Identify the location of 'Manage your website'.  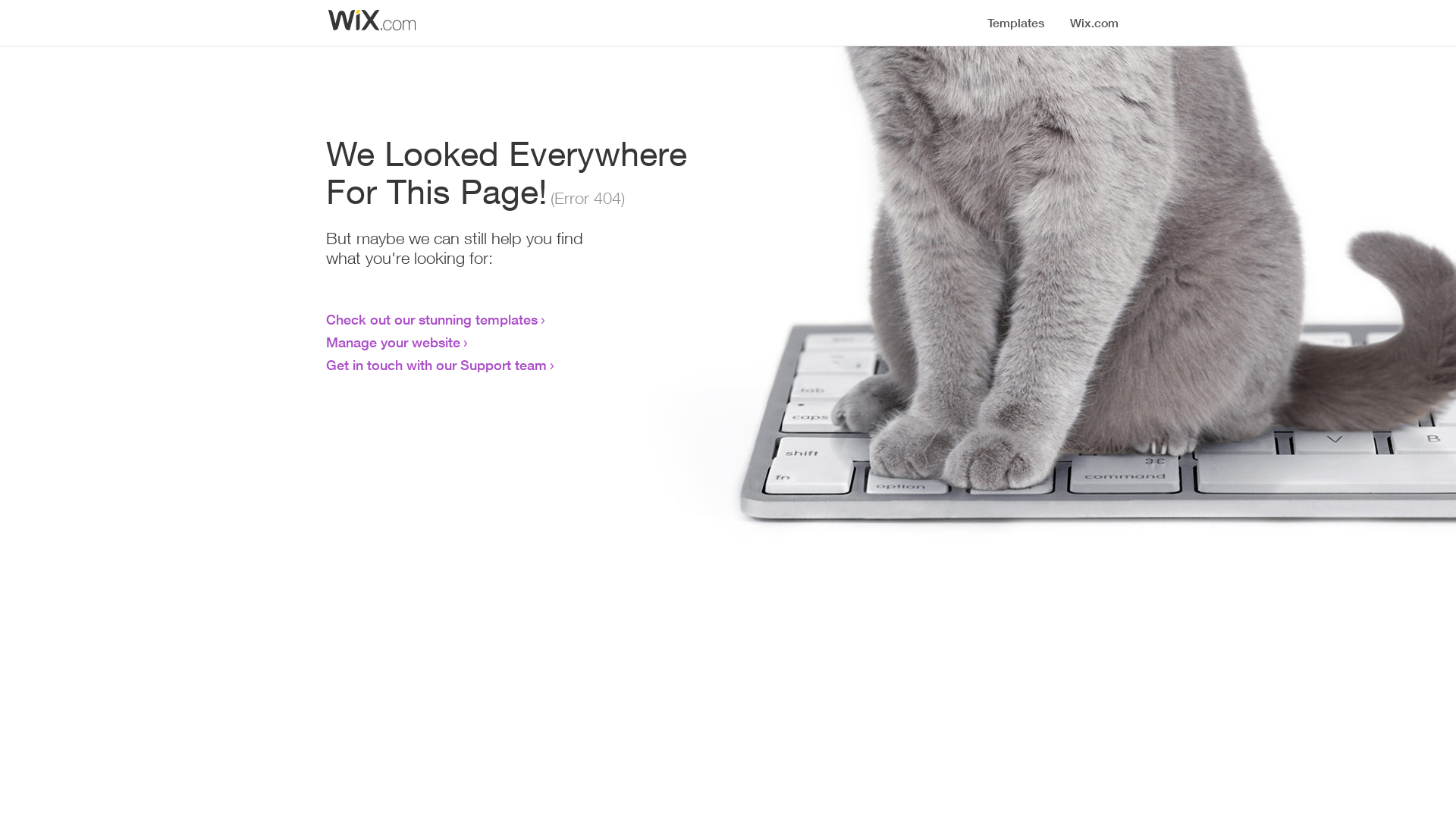
(325, 342).